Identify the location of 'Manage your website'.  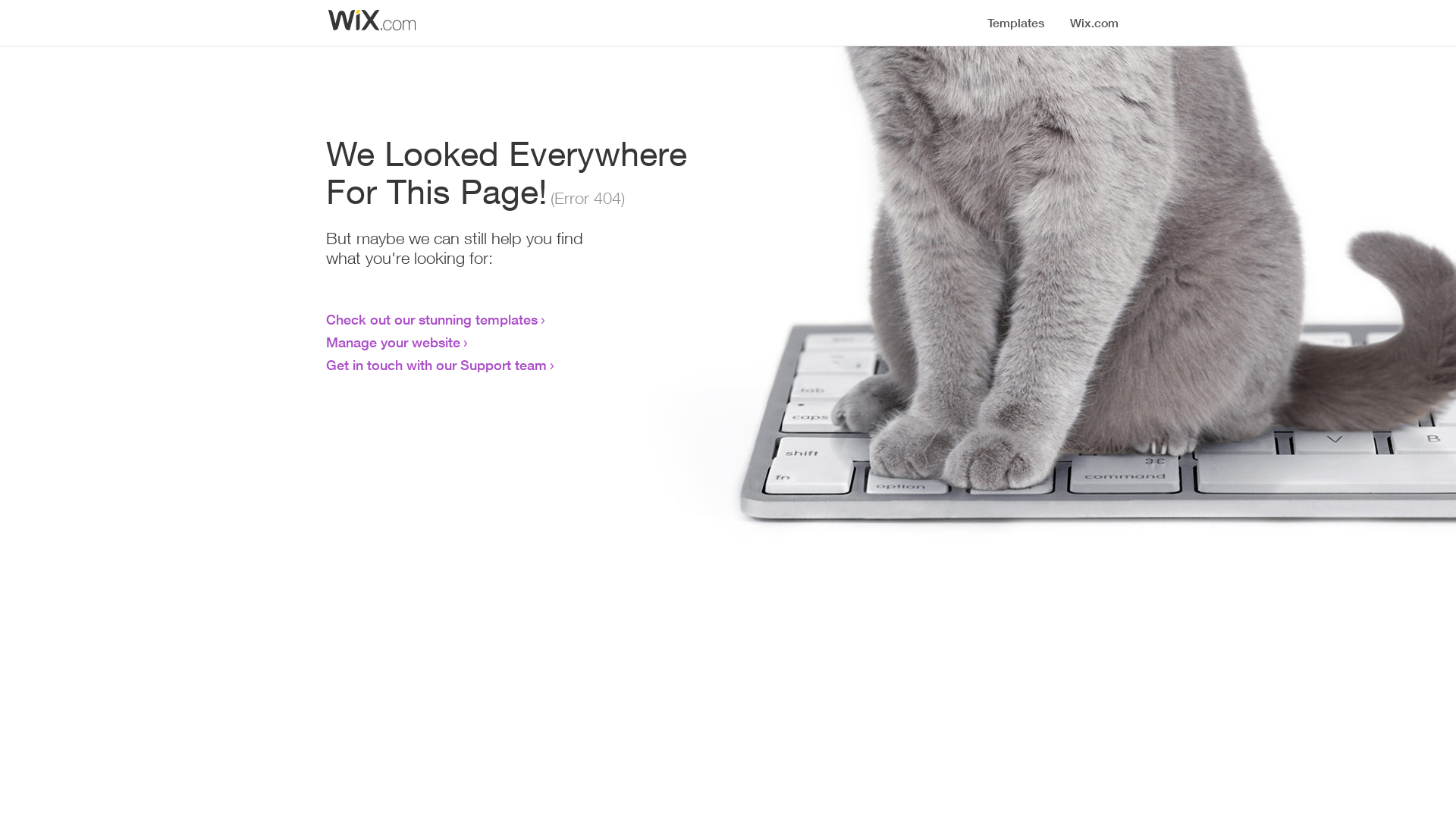
(325, 342).